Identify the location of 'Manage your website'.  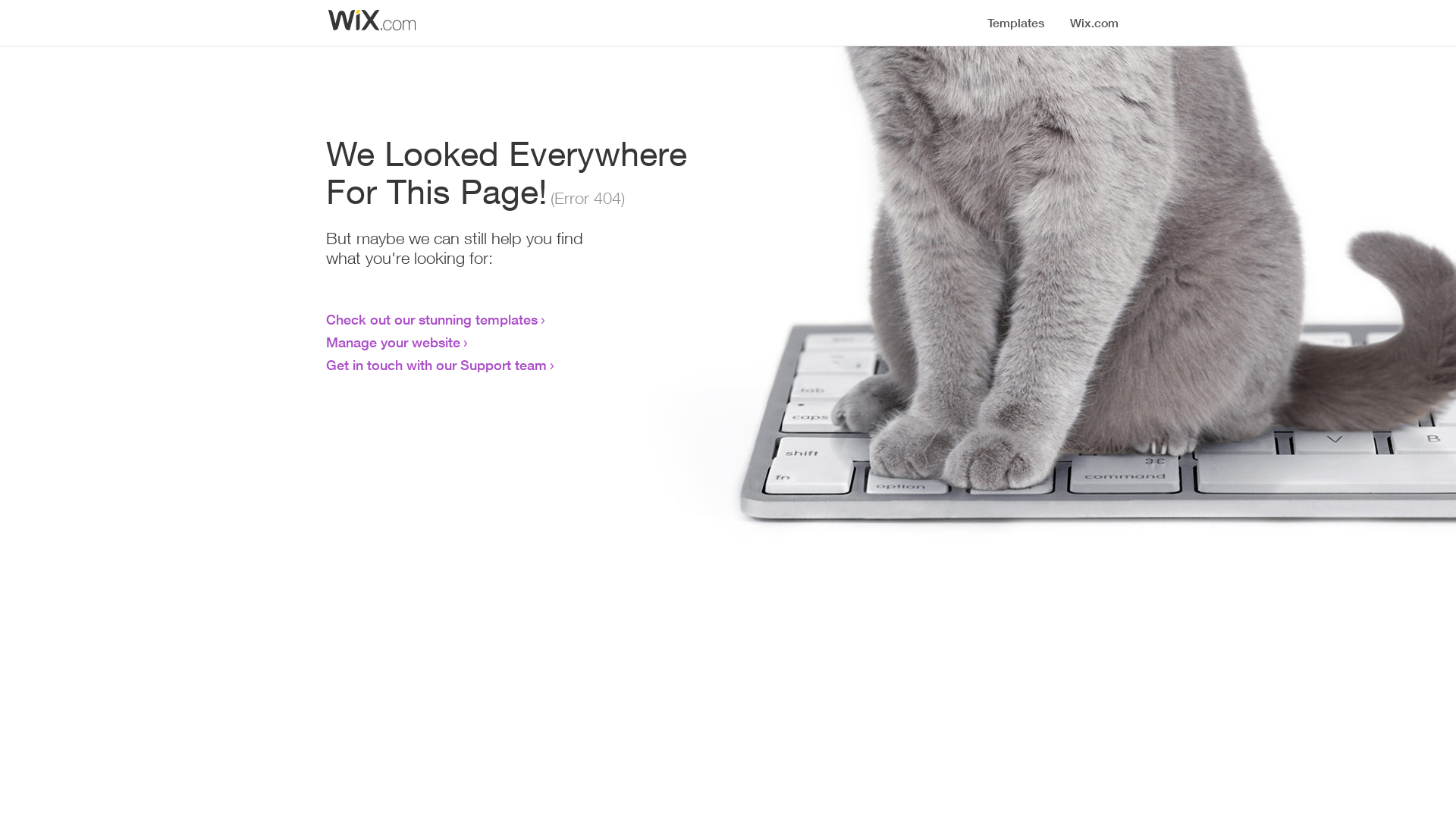
(325, 342).